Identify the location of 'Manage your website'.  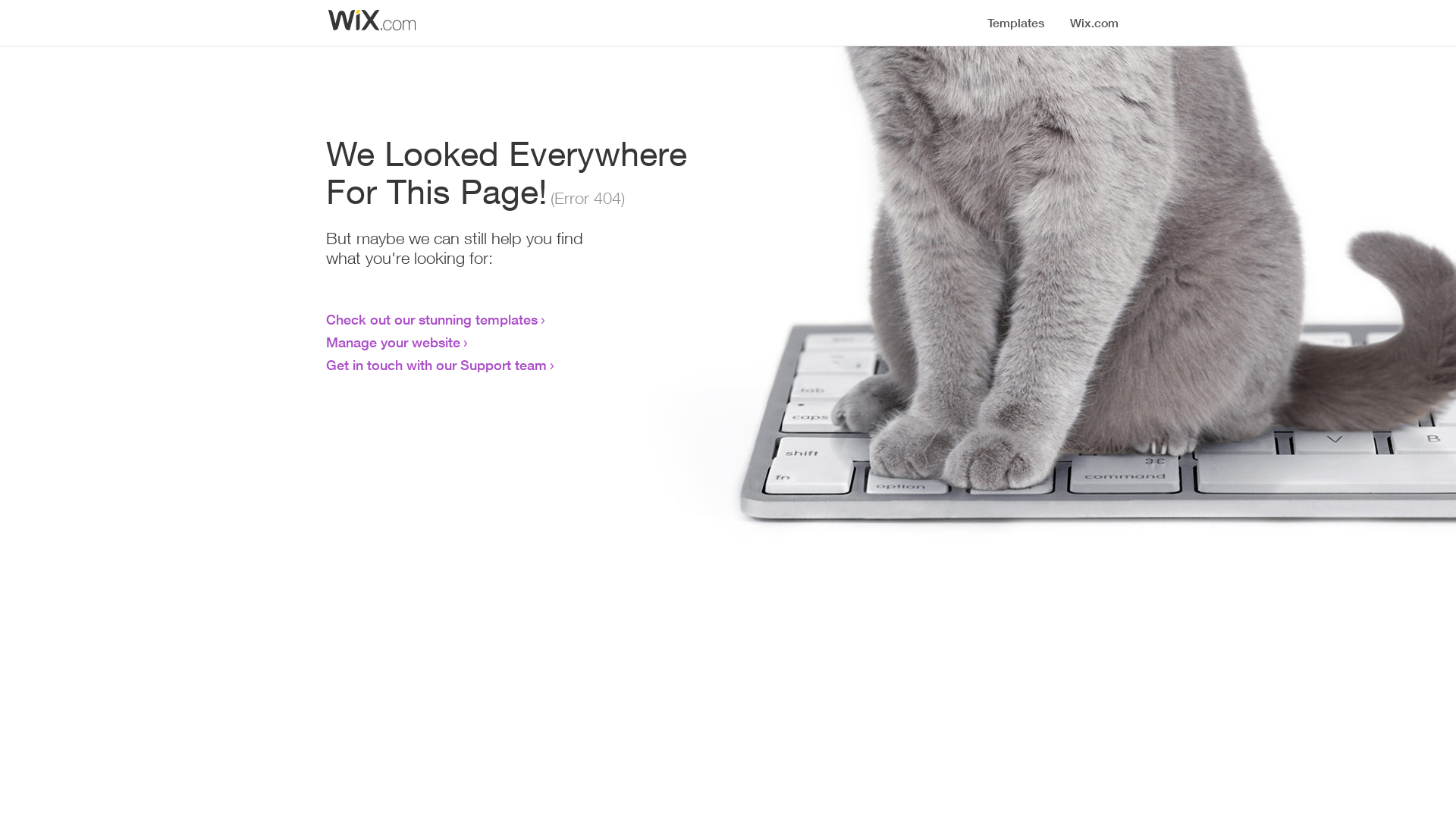
(325, 342).